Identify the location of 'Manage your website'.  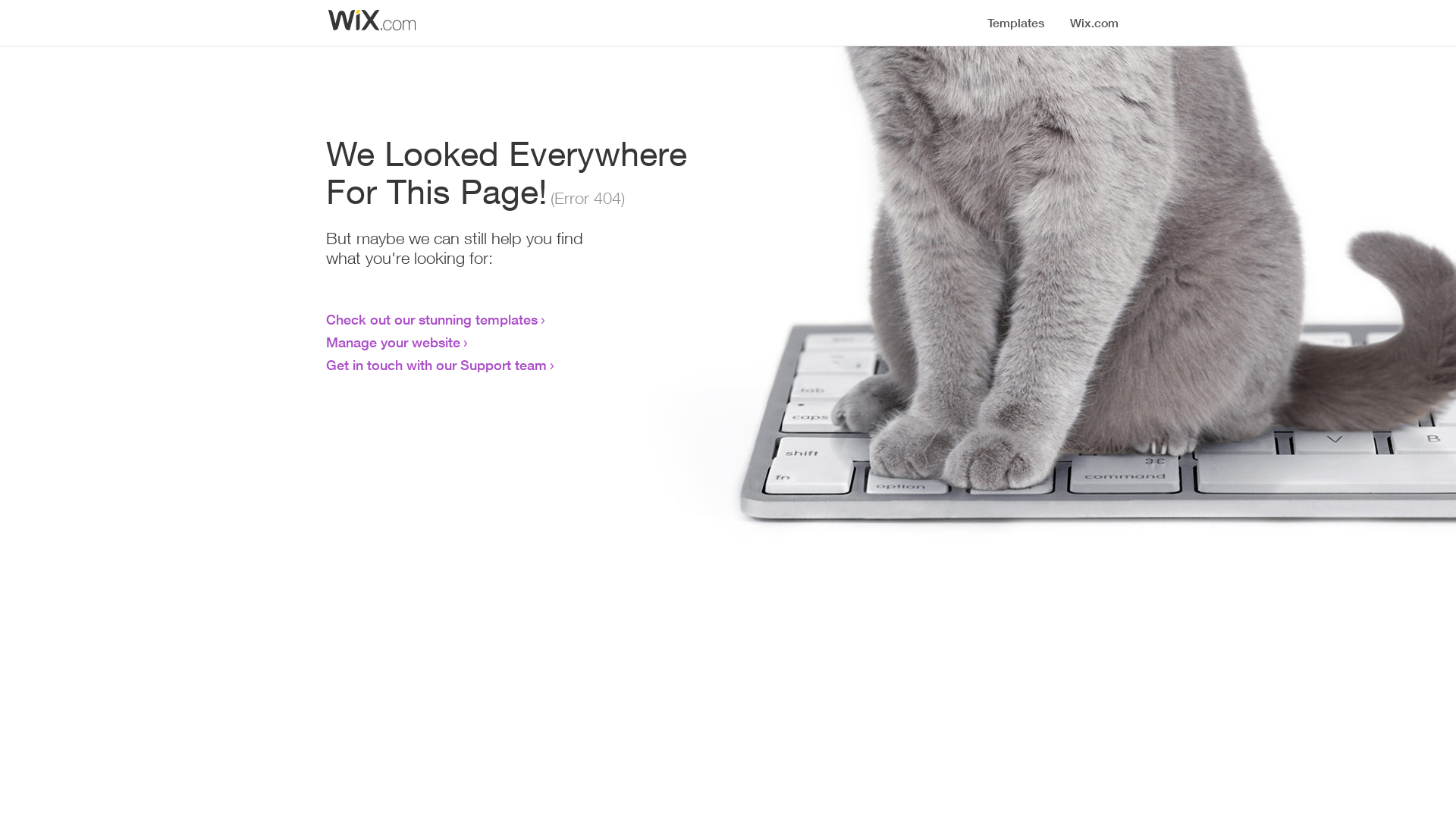
(325, 342).